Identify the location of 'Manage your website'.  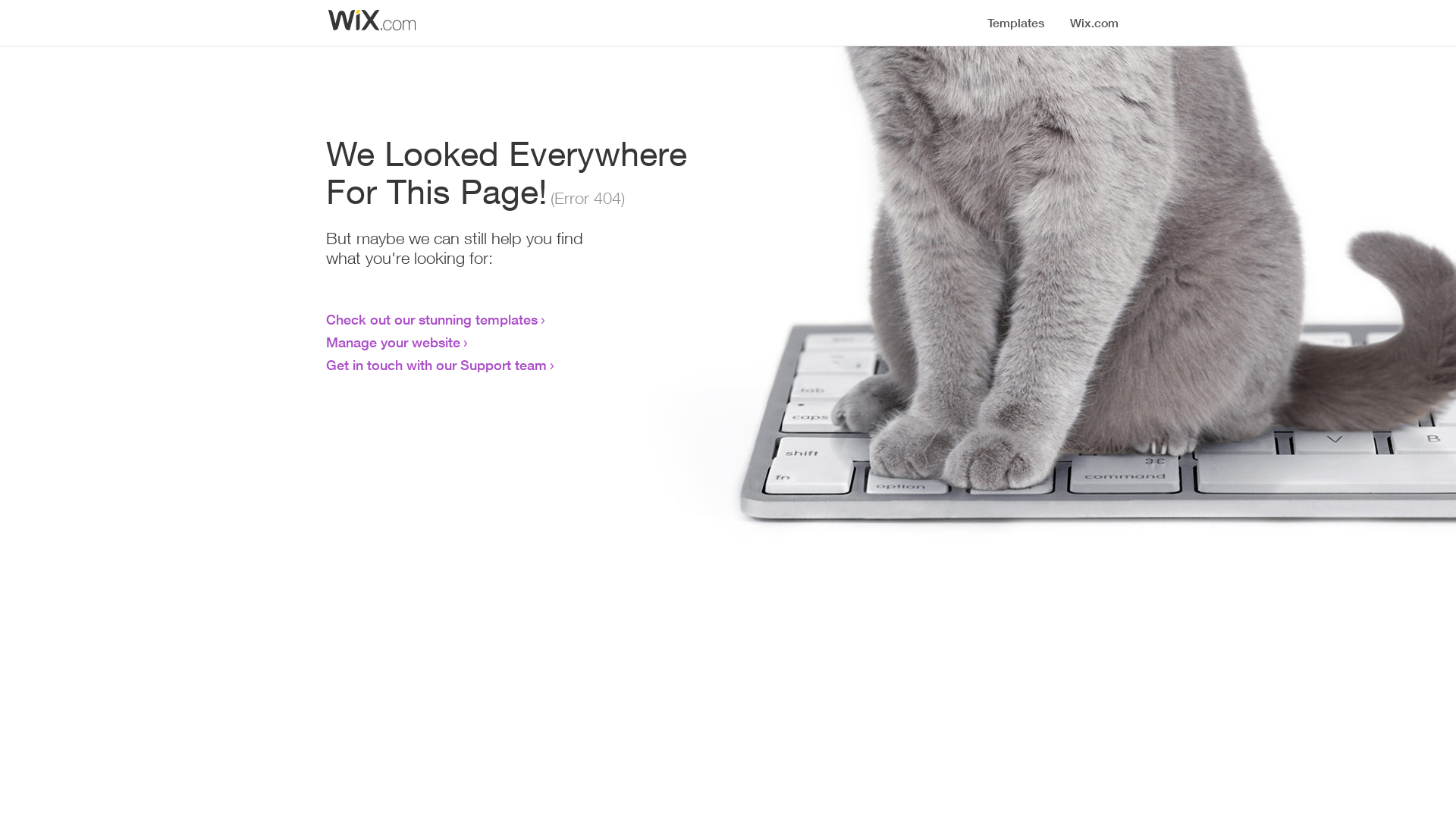
(325, 342).